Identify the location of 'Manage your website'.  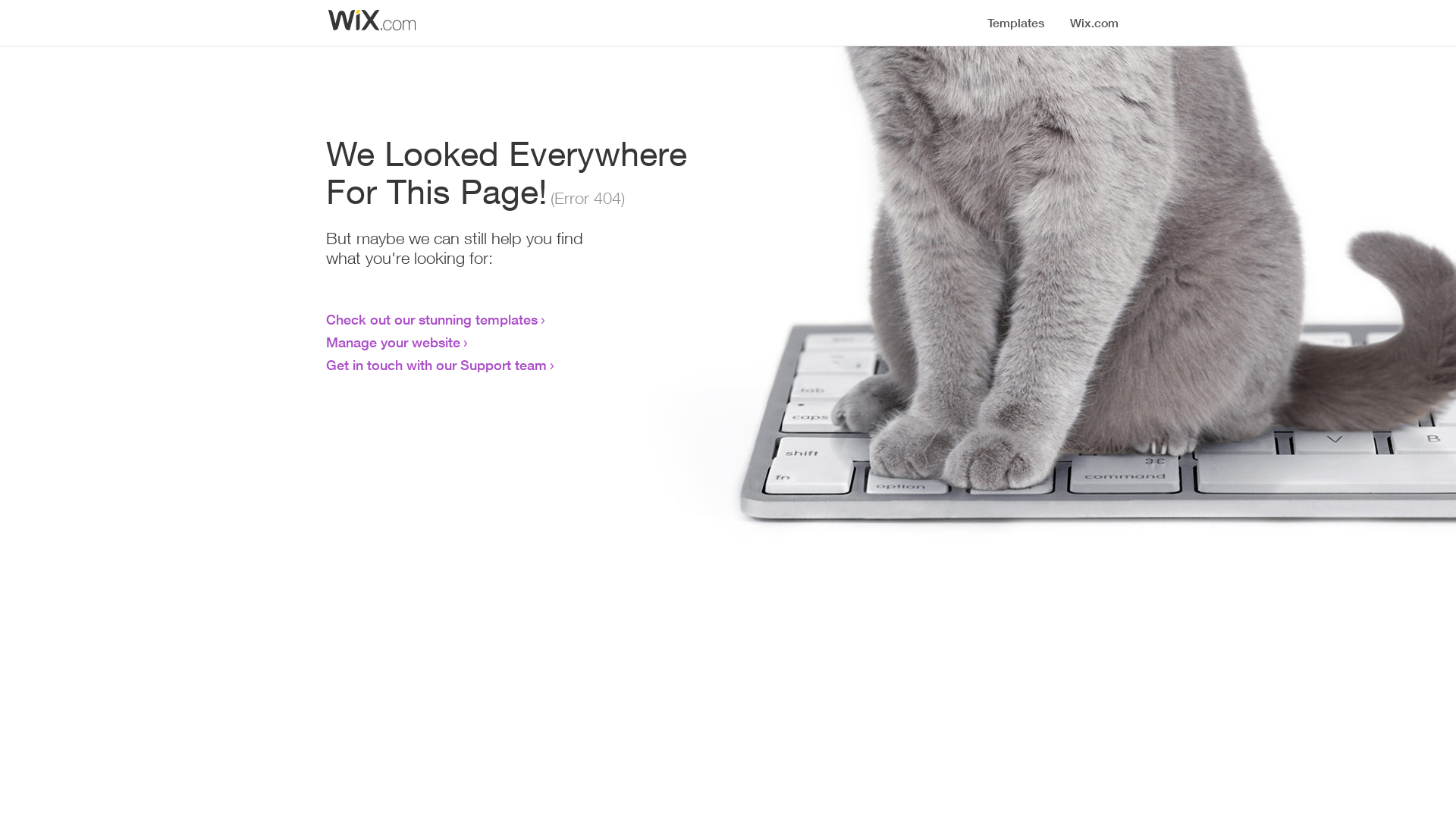
(325, 342).